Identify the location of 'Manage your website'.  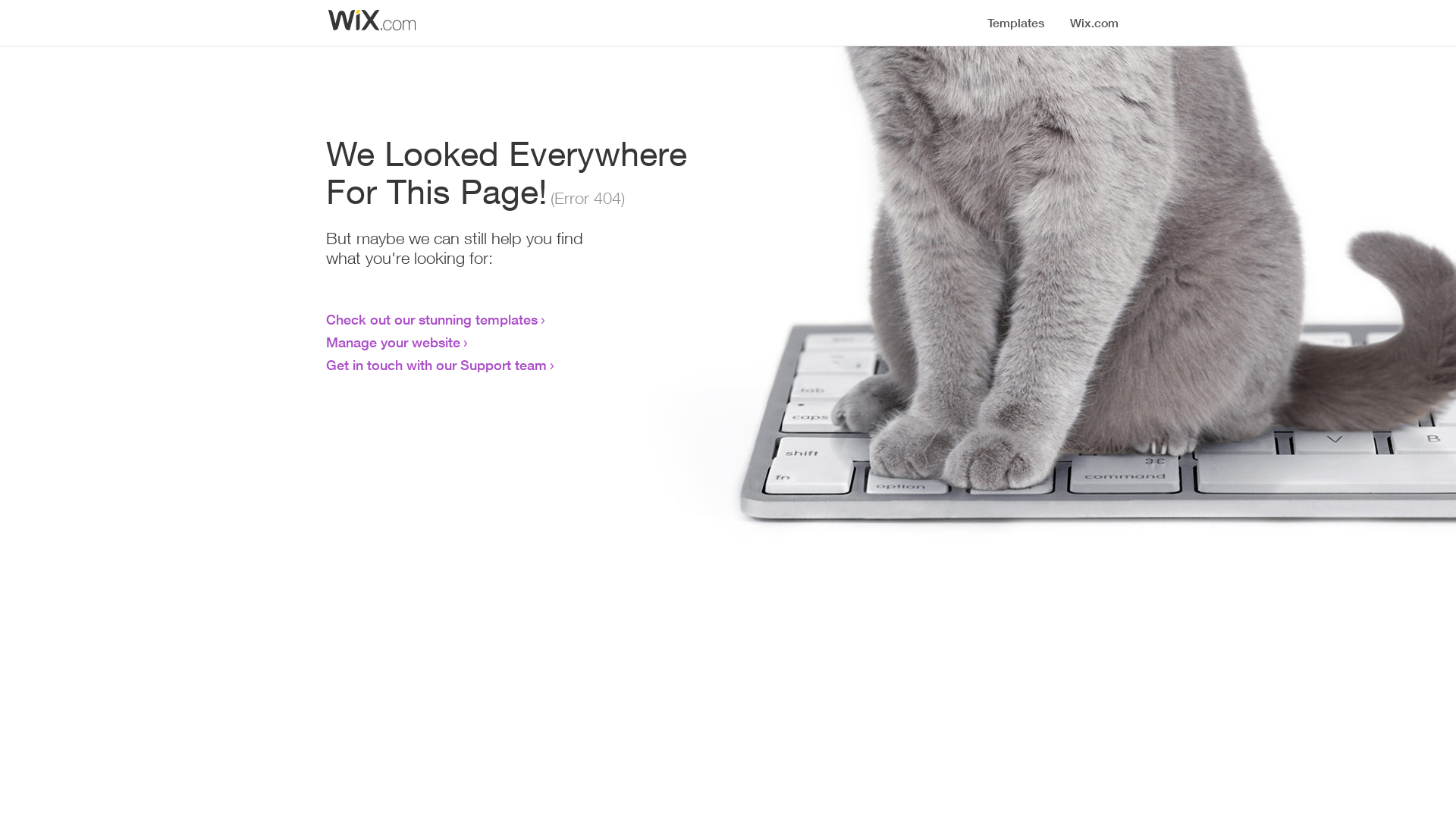
(325, 342).